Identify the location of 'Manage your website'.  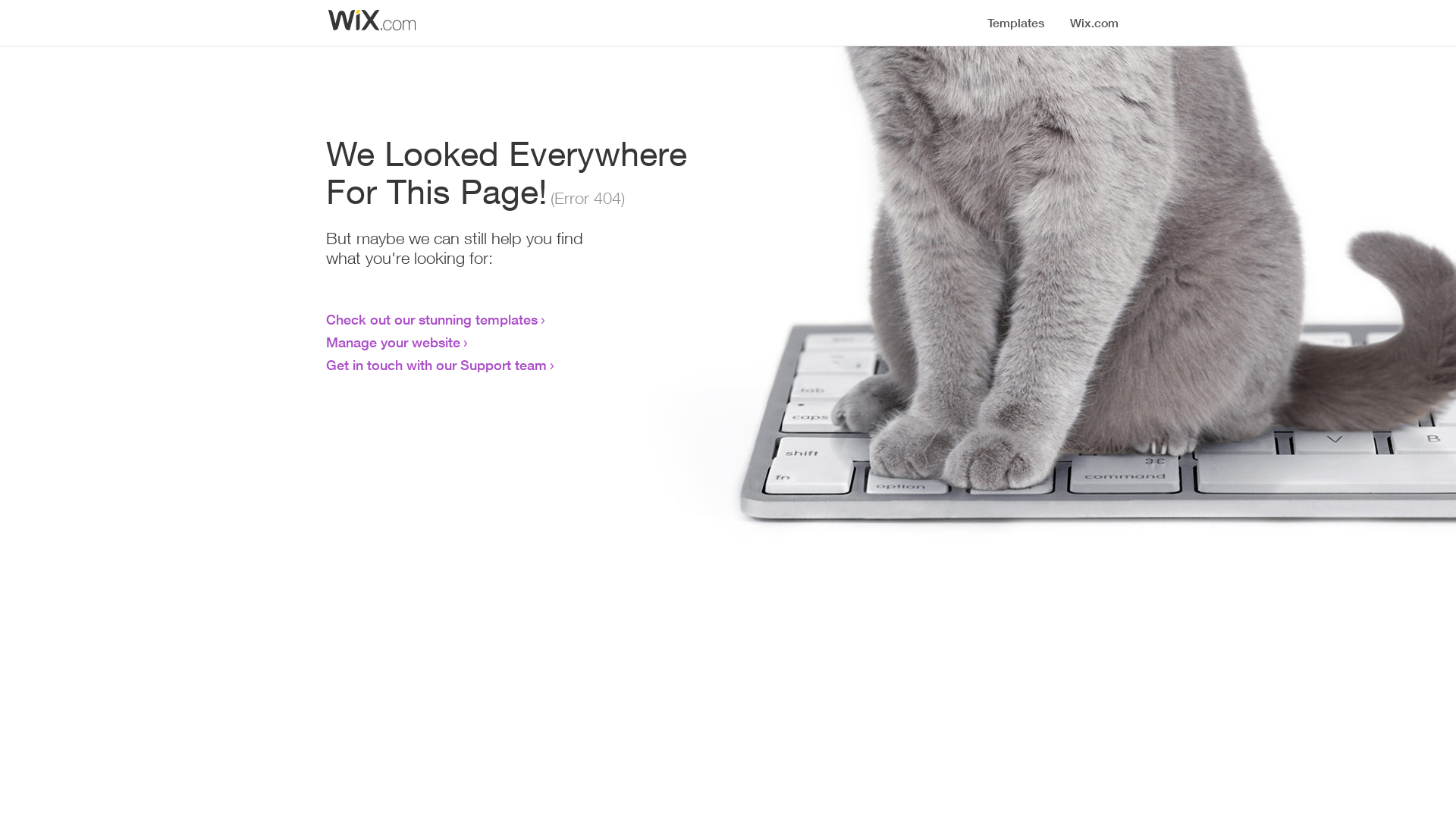
(325, 342).